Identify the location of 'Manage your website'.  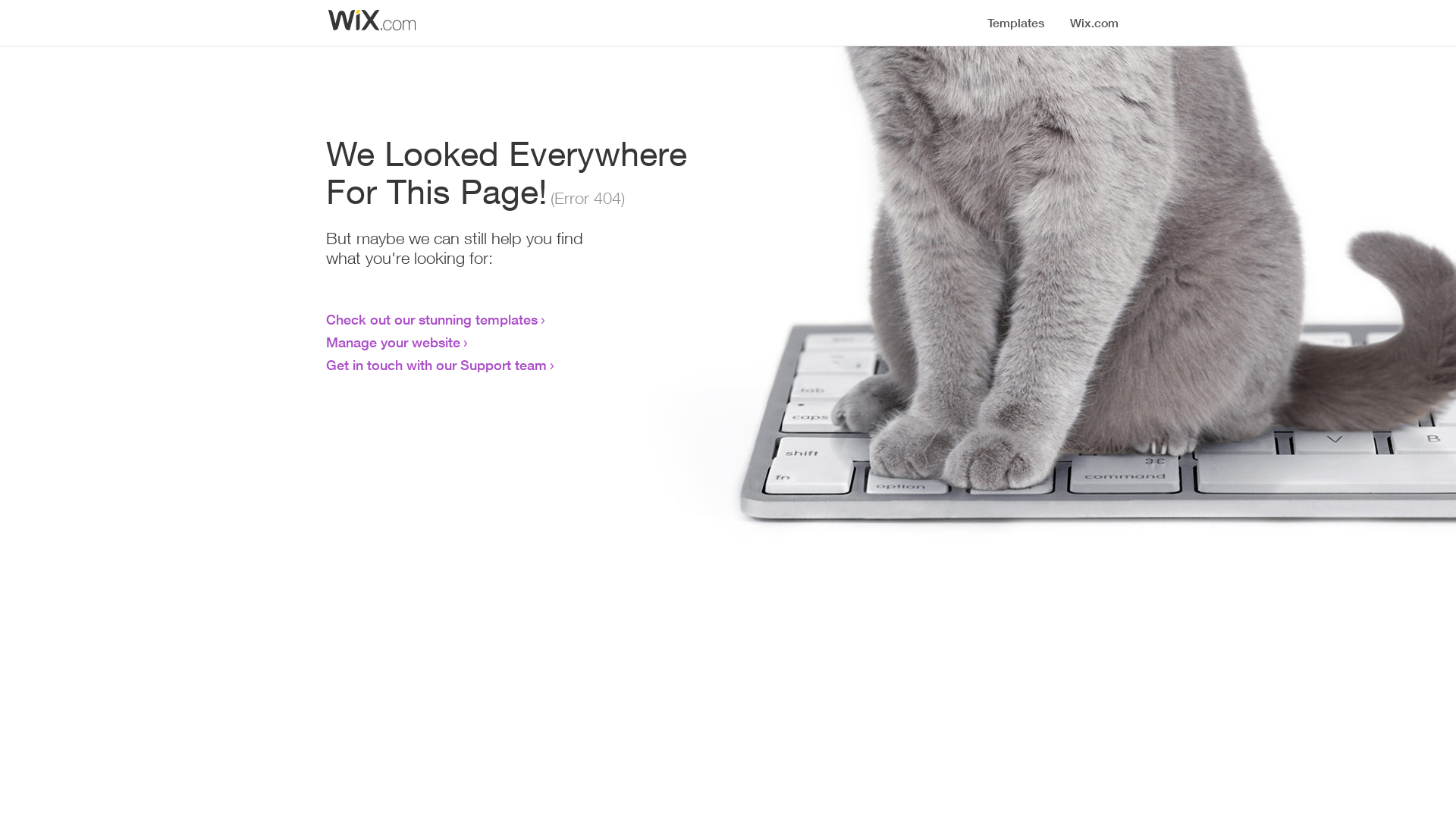
(325, 342).